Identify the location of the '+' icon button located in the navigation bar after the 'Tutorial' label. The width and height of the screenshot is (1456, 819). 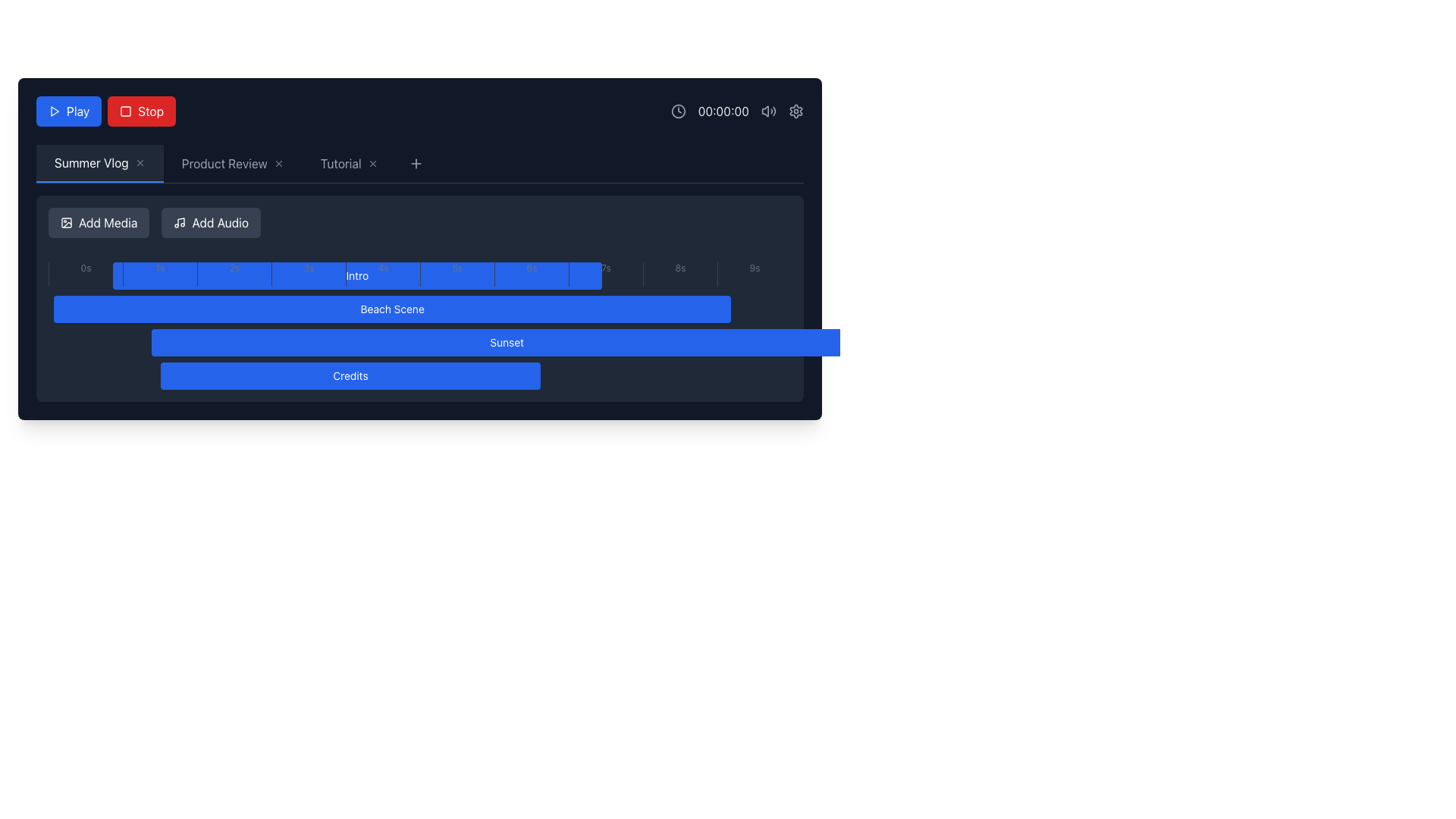
(416, 164).